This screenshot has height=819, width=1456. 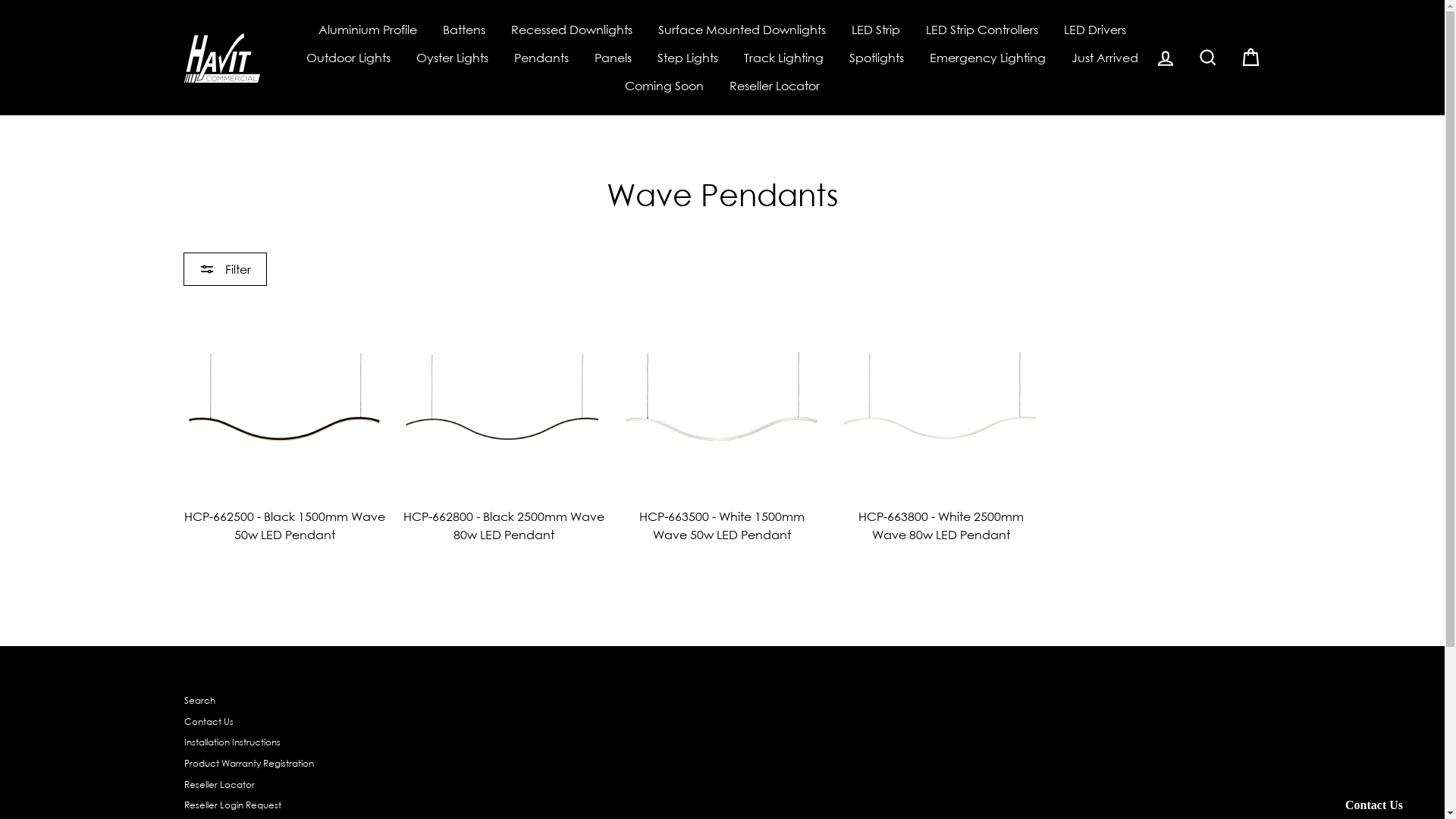 What do you see at coordinates (0, 0) in the screenshot?
I see `'Skip to content'` at bounding box center [0, 0].